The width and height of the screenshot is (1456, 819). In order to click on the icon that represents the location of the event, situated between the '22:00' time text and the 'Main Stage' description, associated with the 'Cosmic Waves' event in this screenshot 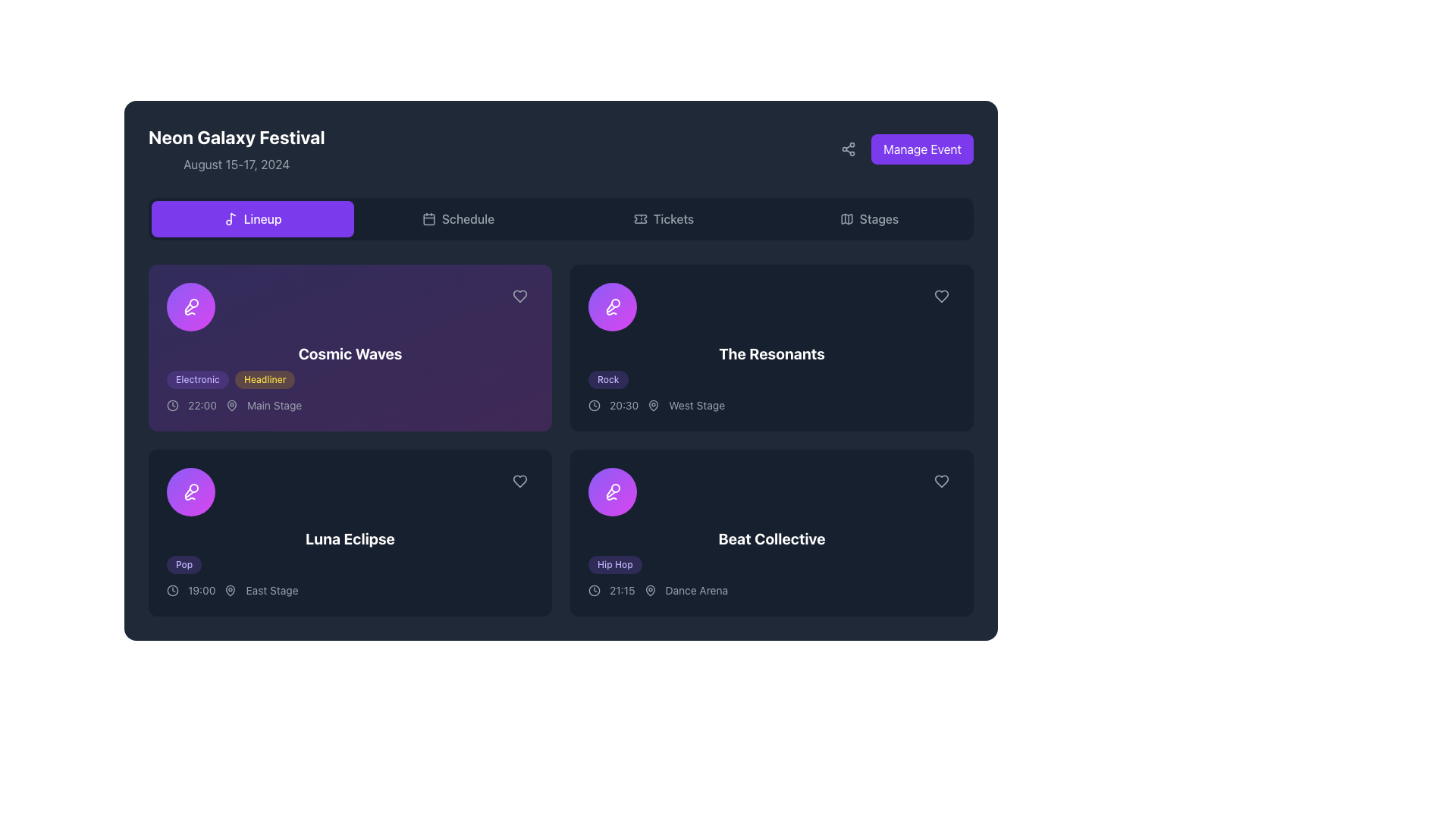, I will do `click(231, 405)`.